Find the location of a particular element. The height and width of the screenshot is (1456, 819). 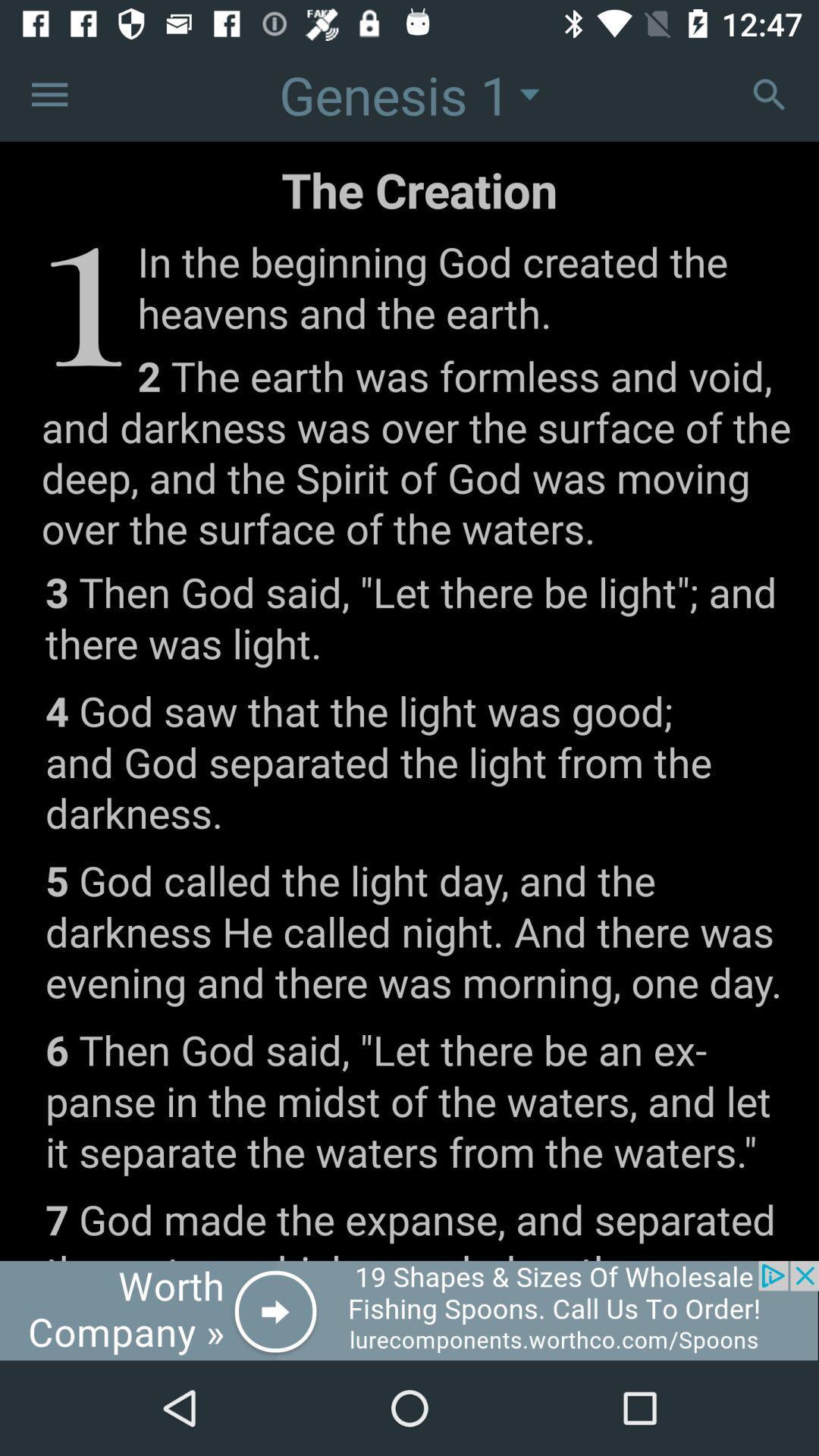

the menu icon is located at coordinates (49, 93).